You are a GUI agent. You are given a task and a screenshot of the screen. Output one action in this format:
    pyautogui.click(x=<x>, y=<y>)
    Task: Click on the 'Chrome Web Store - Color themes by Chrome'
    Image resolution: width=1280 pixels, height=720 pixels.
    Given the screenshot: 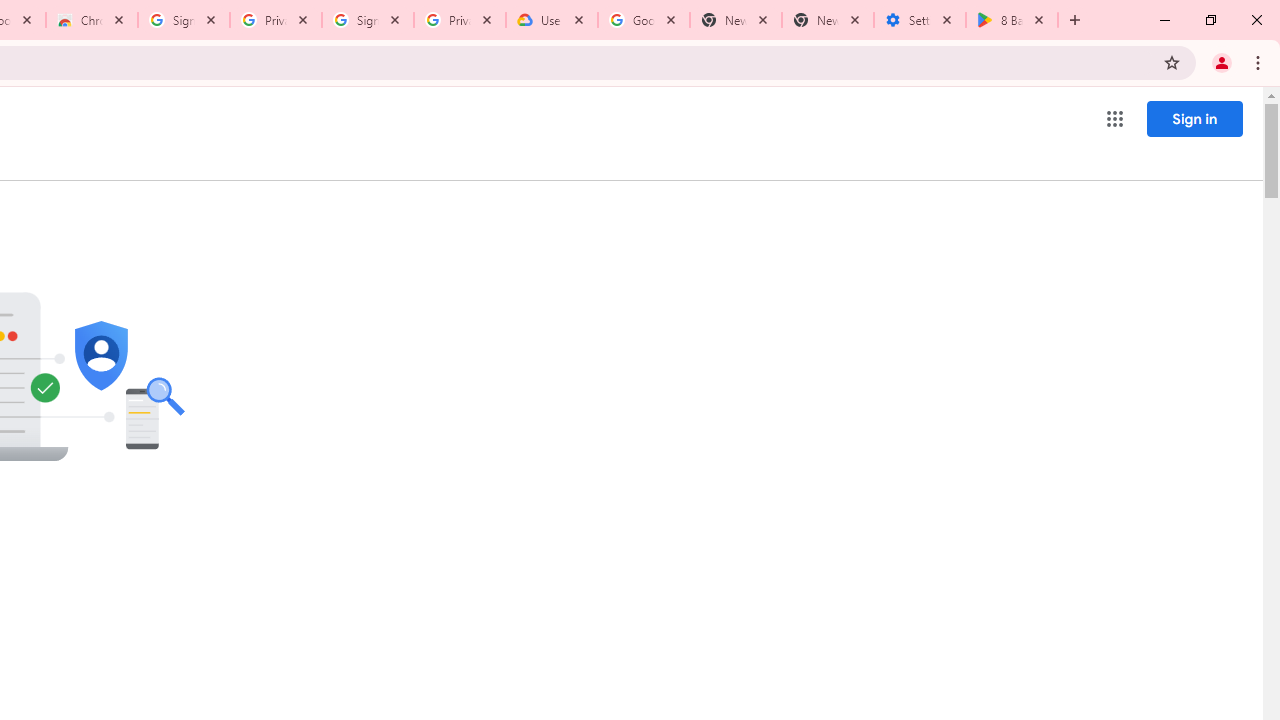 What is the action you would take?
    pyautogui.click(x=91, y=20)
    